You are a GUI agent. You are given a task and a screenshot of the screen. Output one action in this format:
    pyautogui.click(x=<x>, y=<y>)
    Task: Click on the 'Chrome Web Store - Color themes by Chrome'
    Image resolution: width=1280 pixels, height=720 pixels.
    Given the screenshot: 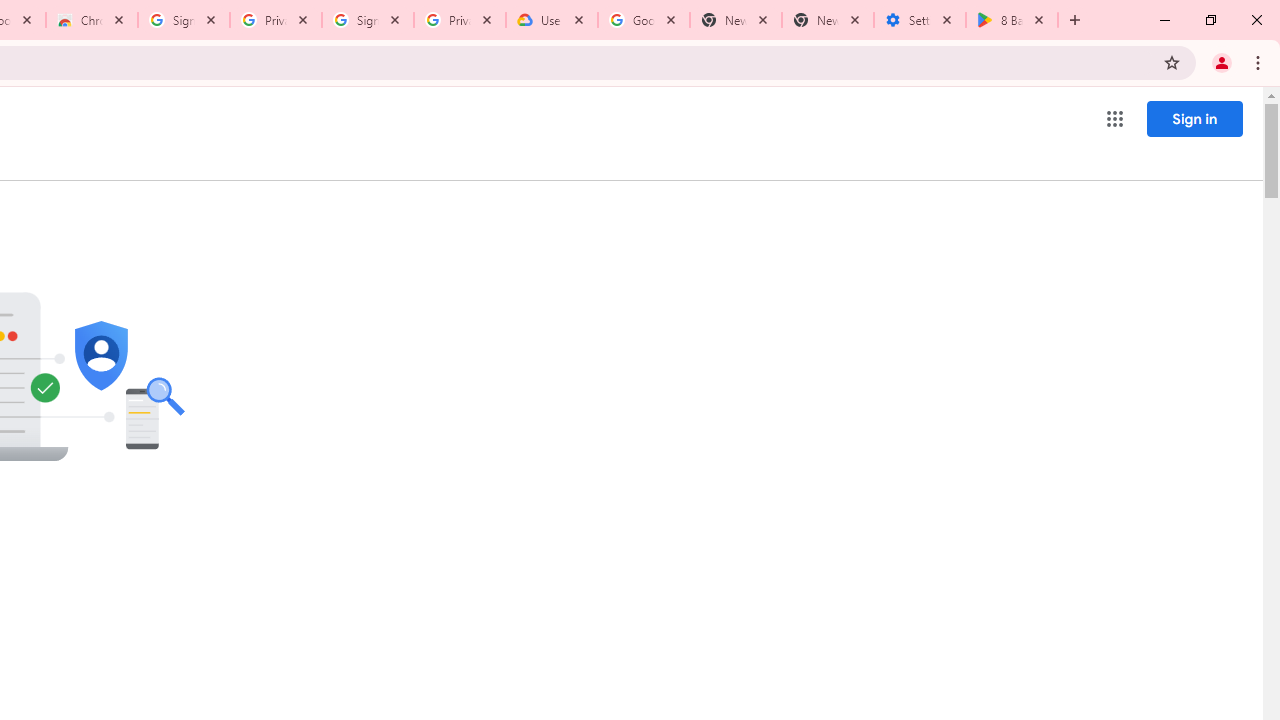 What is the action you would take?
    pyautogui.click(x=91, y=20)
    